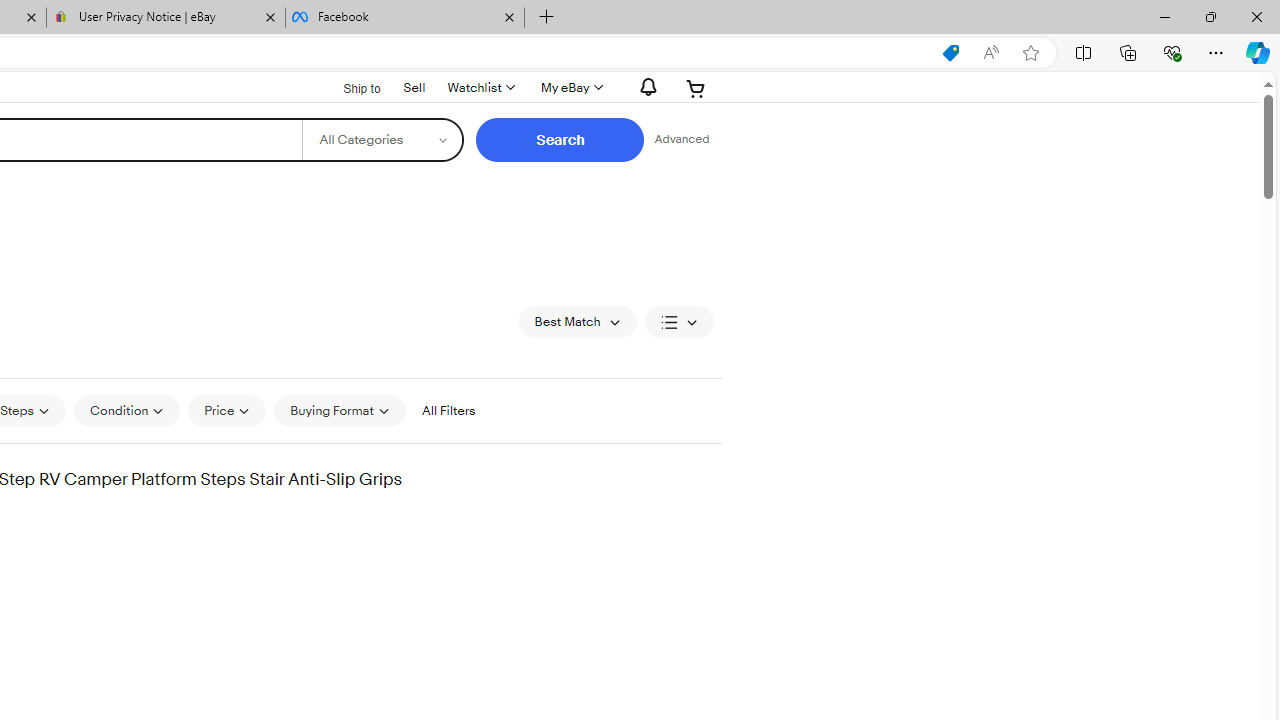  I want to click on 'Select a category for search', so click(382, 139).